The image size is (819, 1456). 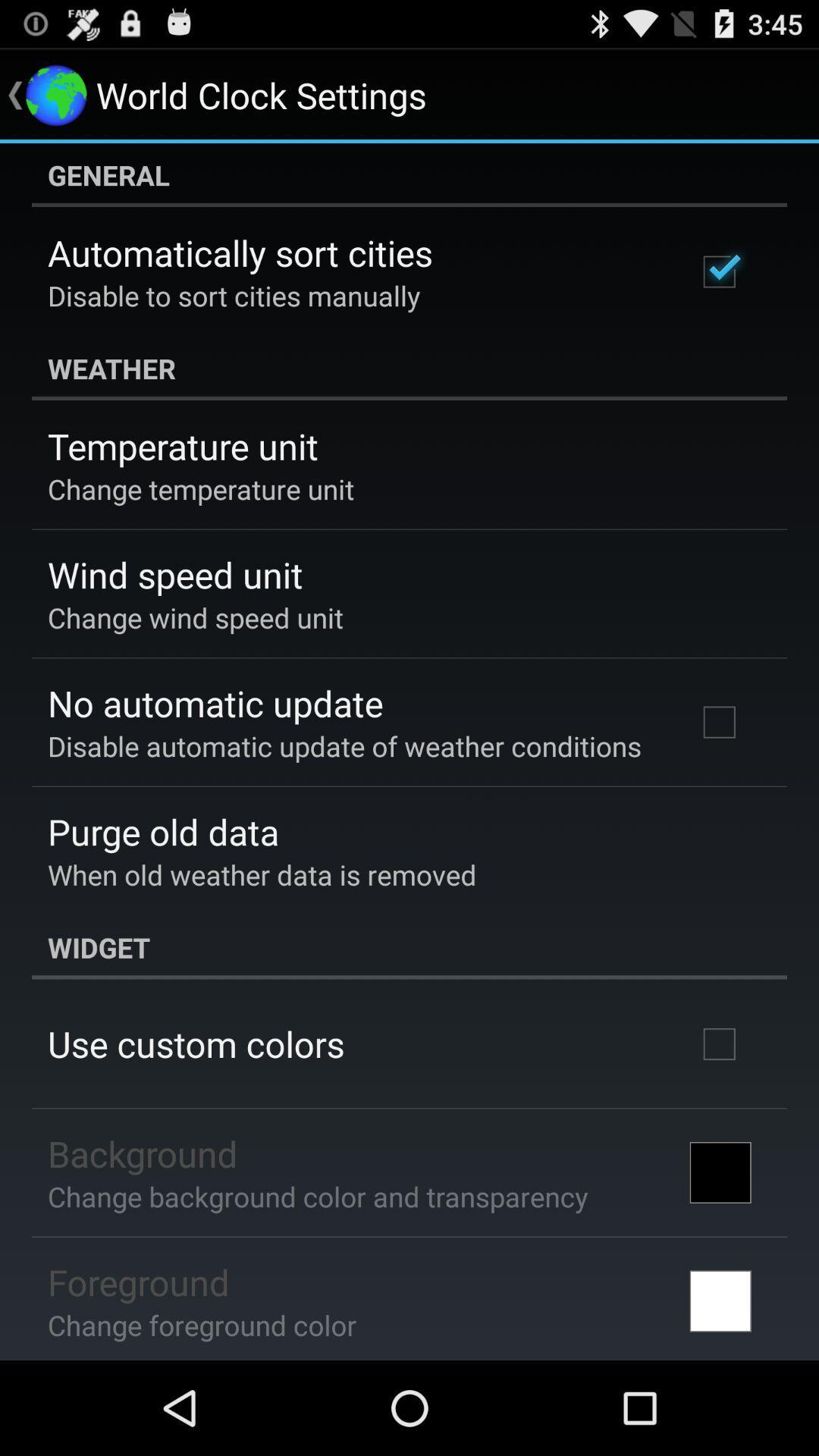 I want to click on the icon next to change background color icon, so click(x=720, y=1172).